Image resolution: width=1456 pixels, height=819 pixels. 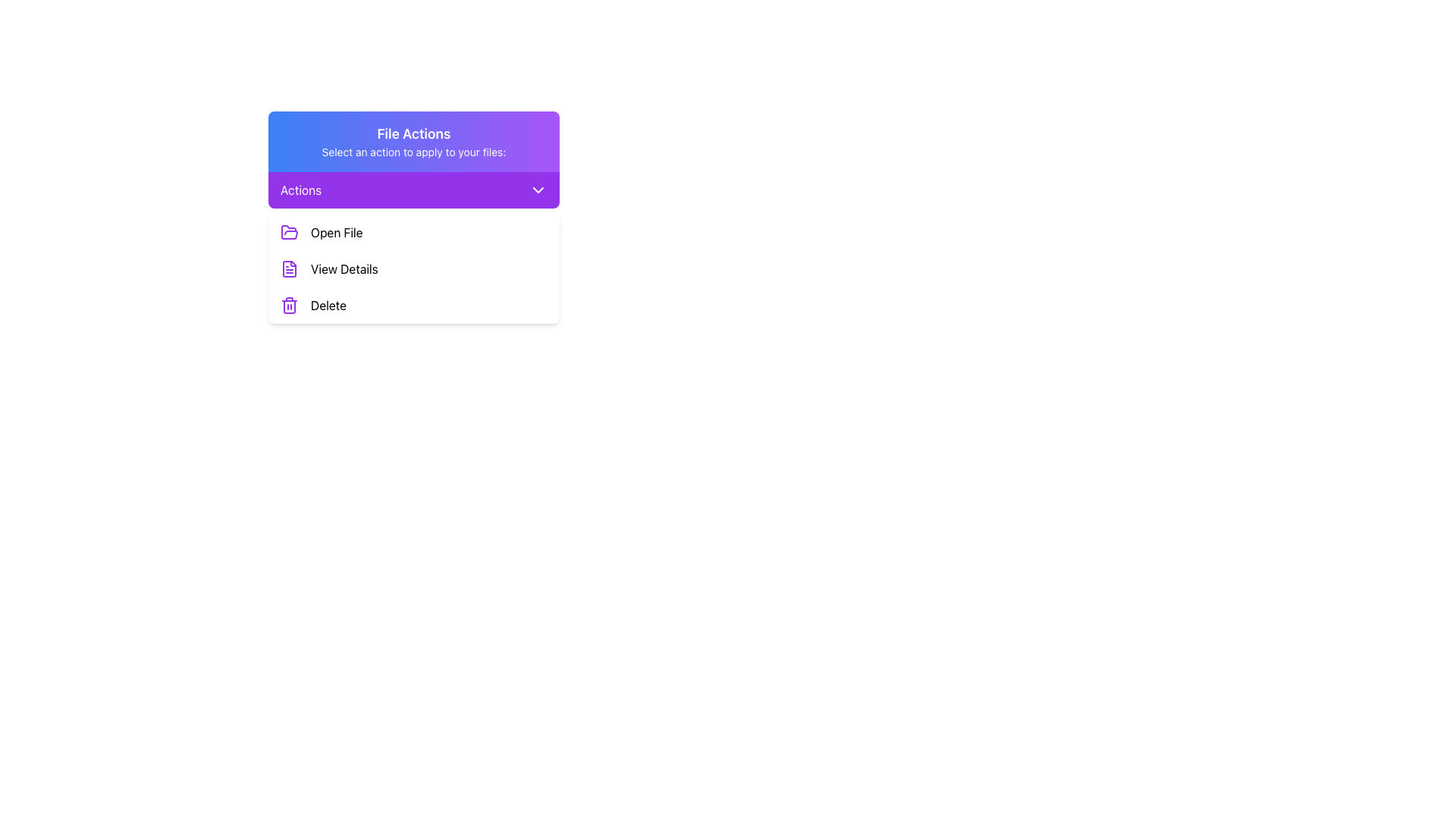 I want to click on the purple trash bin icon located to the left of the 'Delete' option in the 'Actions' dropdown menu for indirect interaction, so click(x=290, y=305).